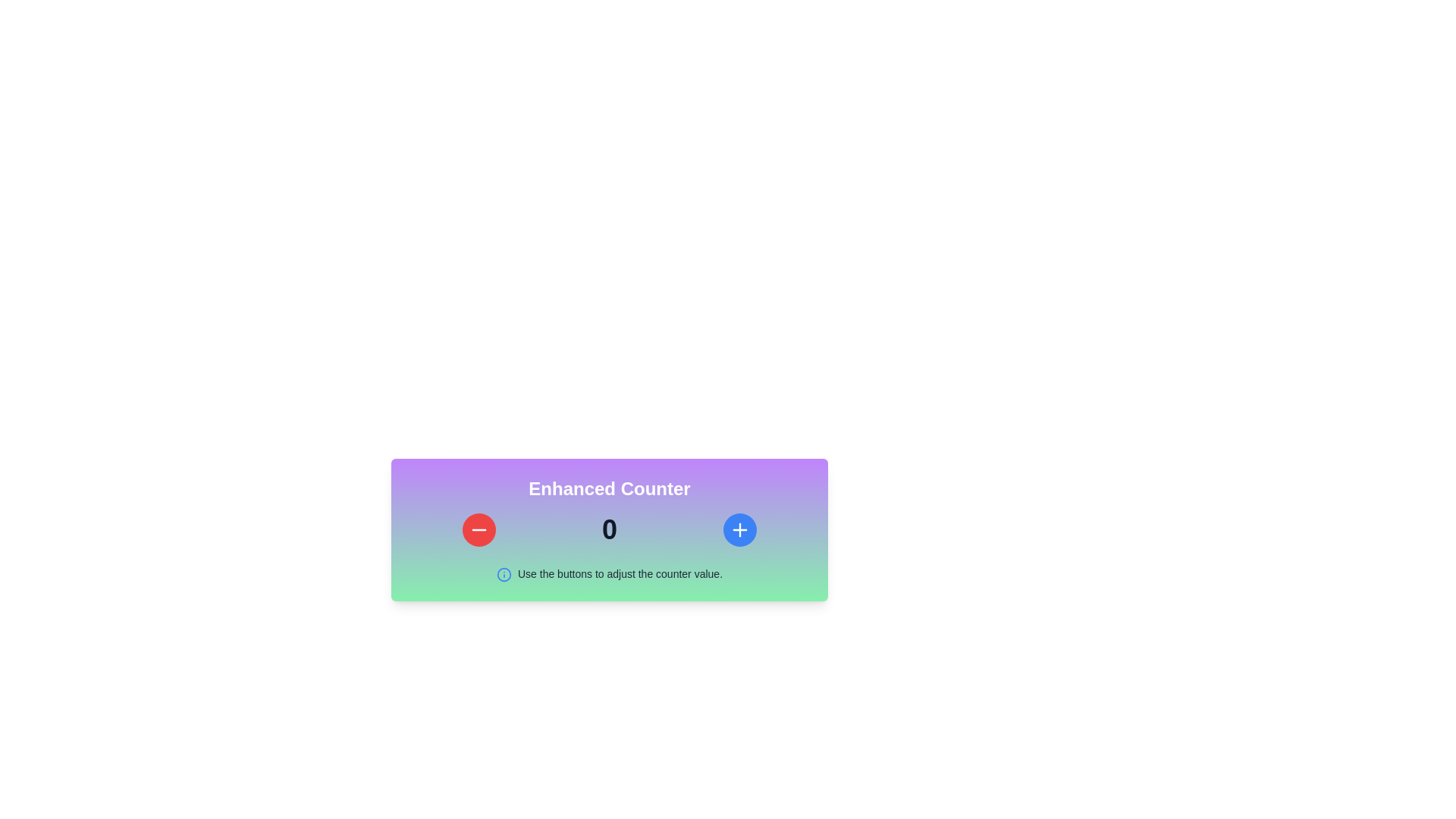 This screenshot has width=1456, height=819. What do you see at coordinates (739, 529) in the screenshot?
I see `the blue circular button with a white '+' icon` at bounding box center [739, 529].